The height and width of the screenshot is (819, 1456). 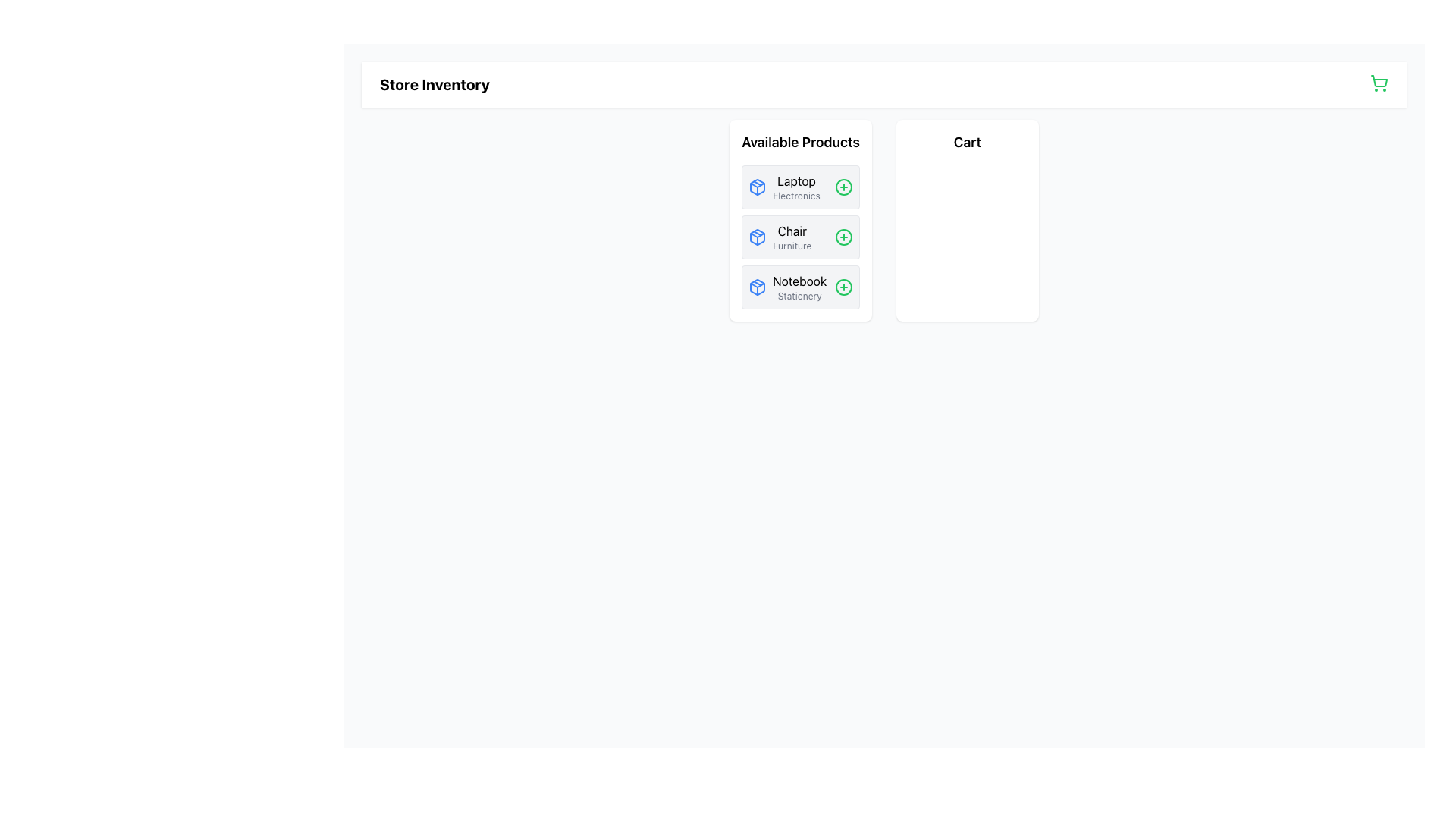 I want to click on the 'Laptop' text label in the 'Available Products' section, which is located to the right of a blue square icon and to the left of a green circular '+' icon, so click(x=795, y=186).